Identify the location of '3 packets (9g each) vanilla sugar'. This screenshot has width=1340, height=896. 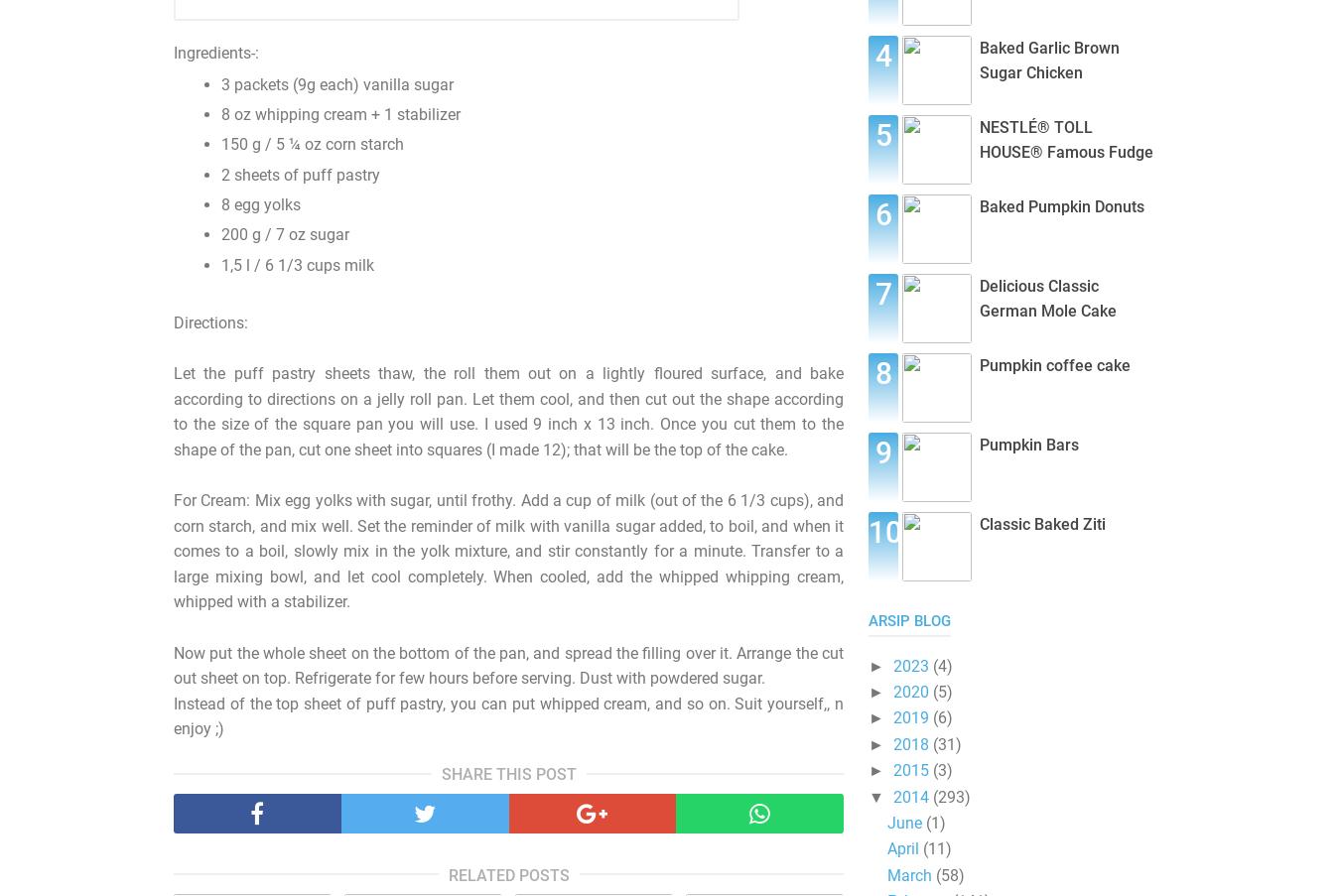
(221, 83).